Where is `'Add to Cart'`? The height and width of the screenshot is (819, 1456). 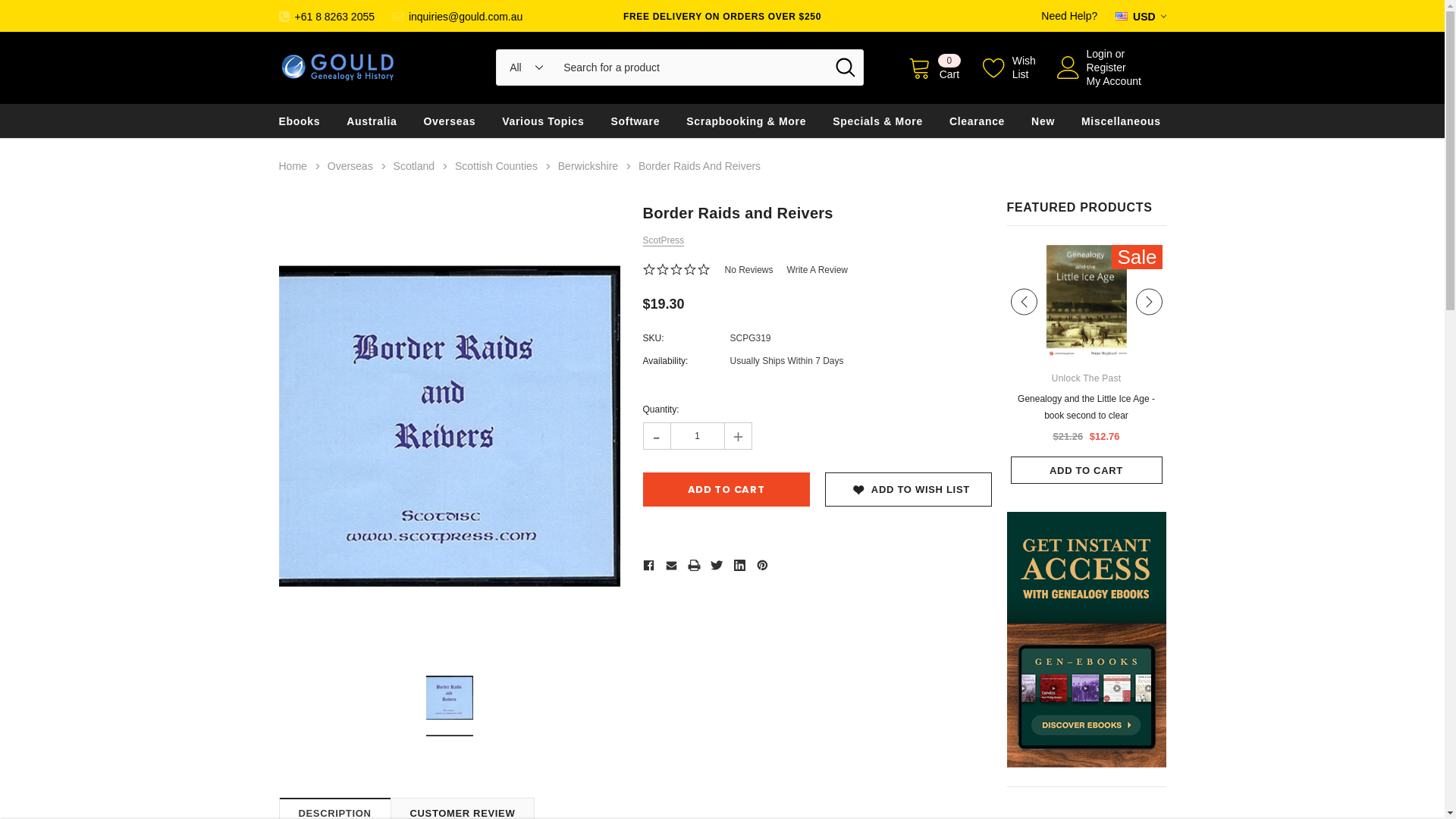
'Add to Cart' is located at coordinates (643, 489).